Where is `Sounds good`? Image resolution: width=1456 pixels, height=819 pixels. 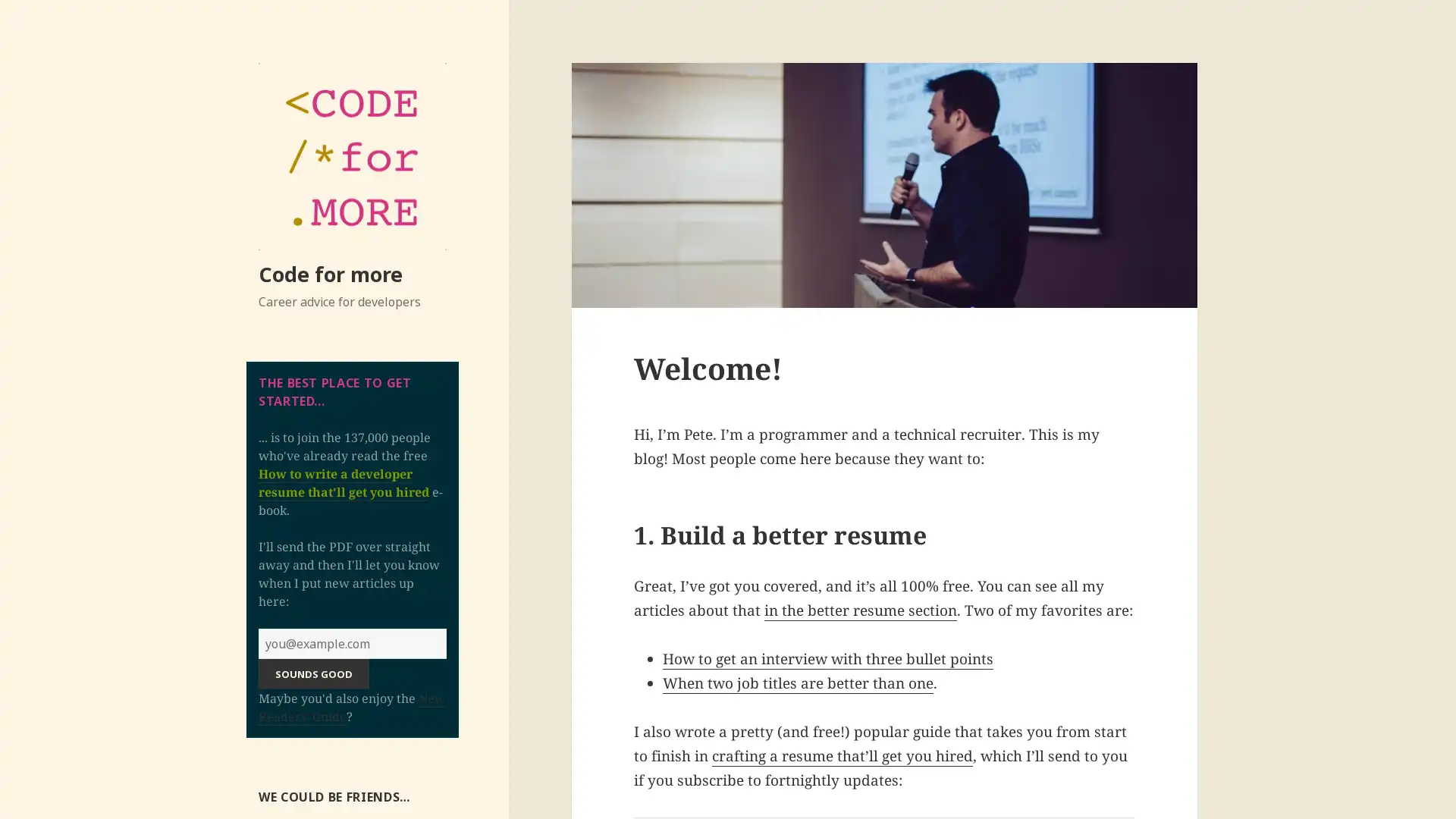 Sounds good is located at coordinates (312, 672).